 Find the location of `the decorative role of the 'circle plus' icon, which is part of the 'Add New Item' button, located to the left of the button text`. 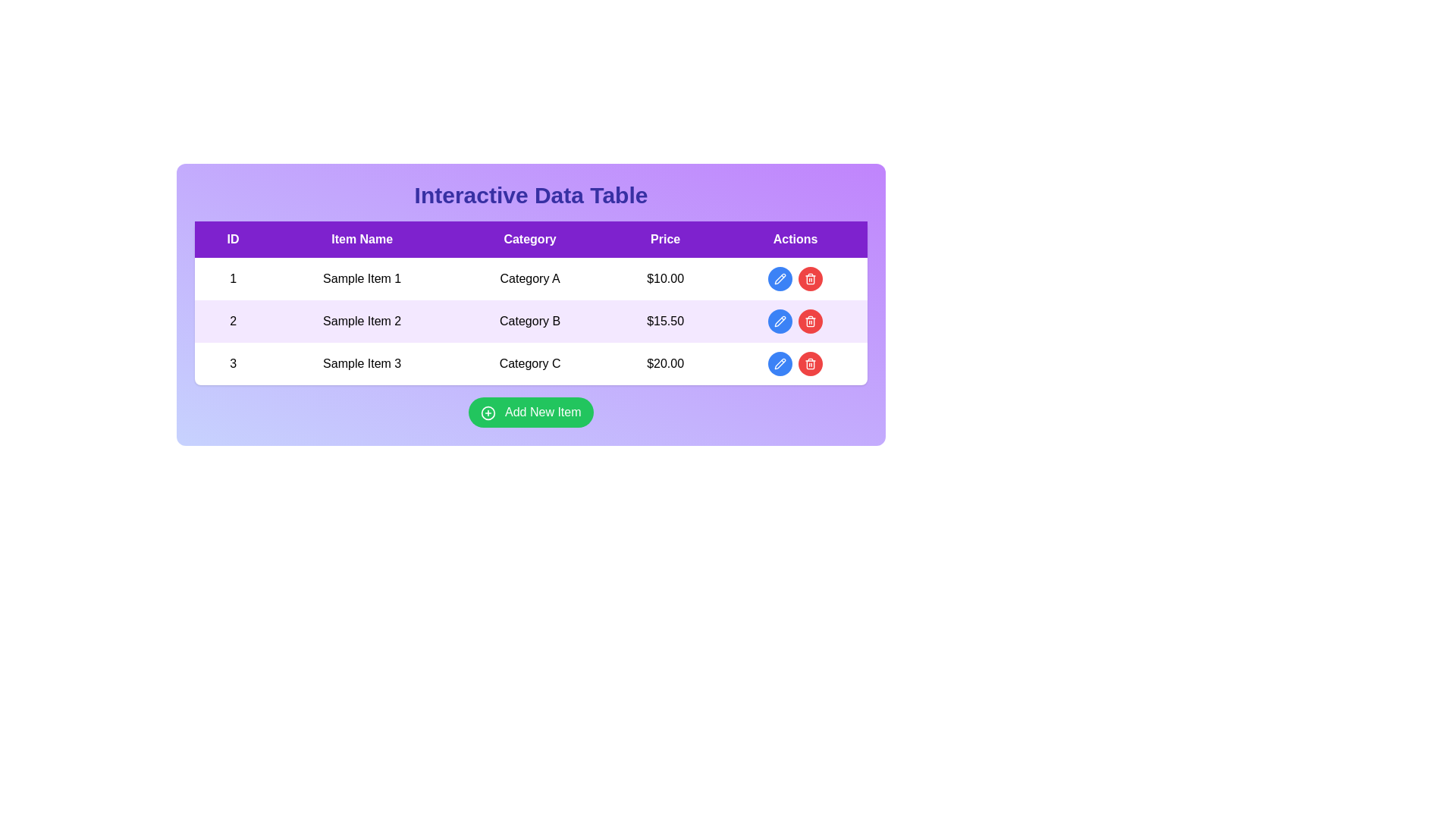

the decorative role of the 'circle plus' icon, which is part of the 'Add New Item' button, located to the left of the button text is located at coordinates (488, 413).